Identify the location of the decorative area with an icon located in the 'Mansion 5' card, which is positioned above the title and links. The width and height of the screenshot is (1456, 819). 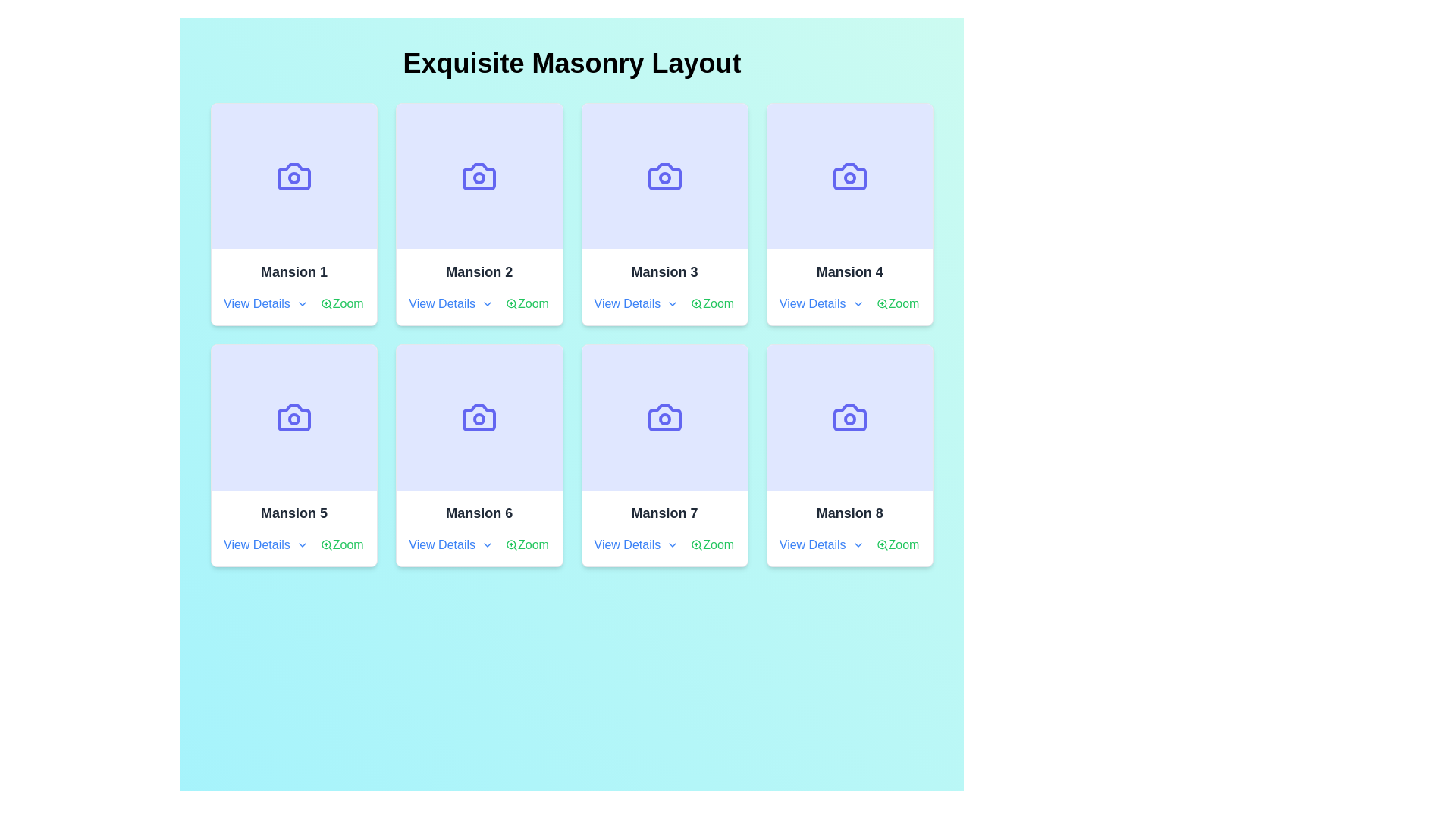
(294, 418).